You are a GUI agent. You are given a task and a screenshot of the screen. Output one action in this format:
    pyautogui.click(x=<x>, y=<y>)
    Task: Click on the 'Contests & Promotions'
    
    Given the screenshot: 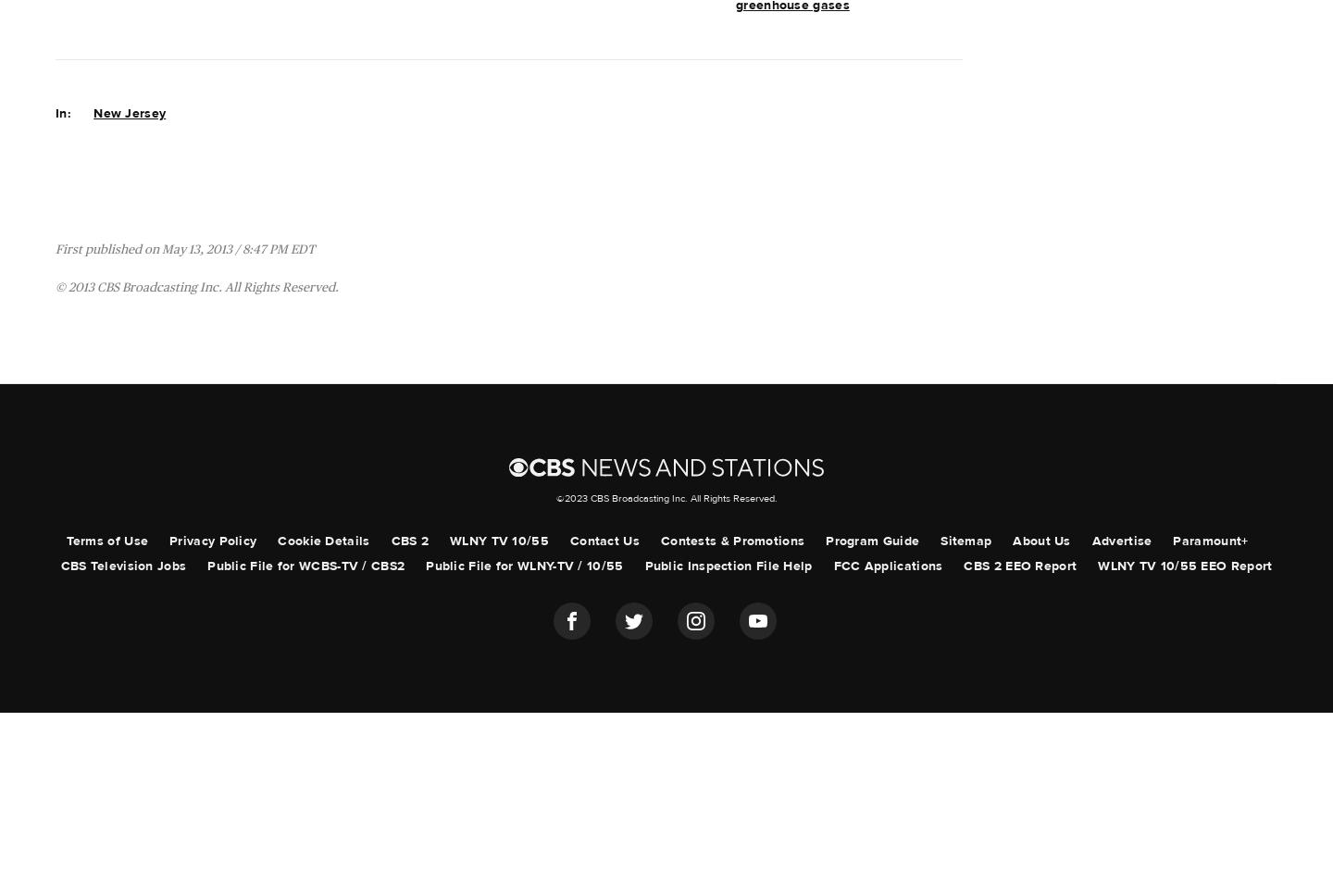 What is the action you would take?
    pyautogui.click(x=731, y=541)
    